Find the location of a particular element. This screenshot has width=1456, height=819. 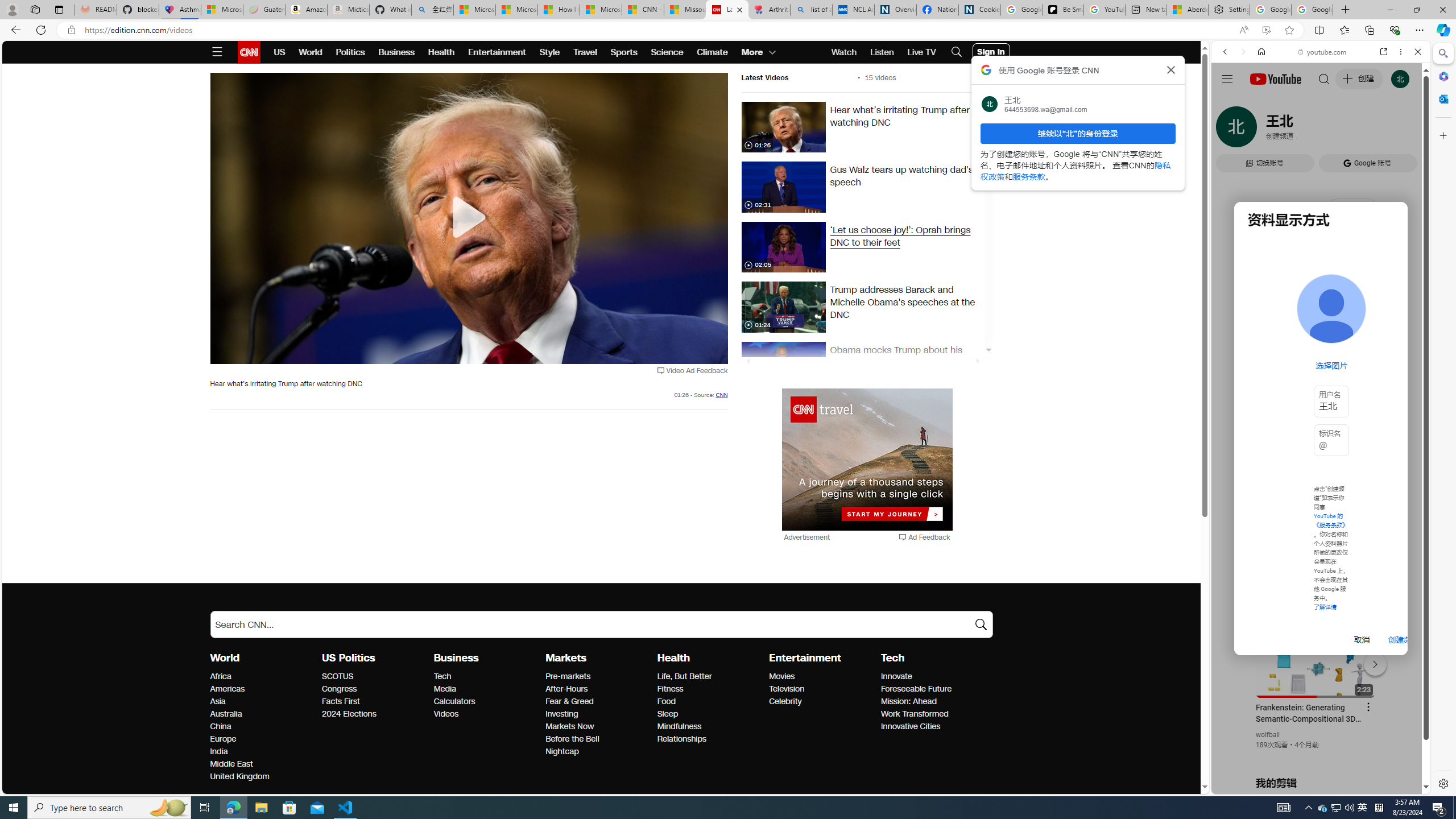

'Innovative Cities' is located at coordinates (932, 727).